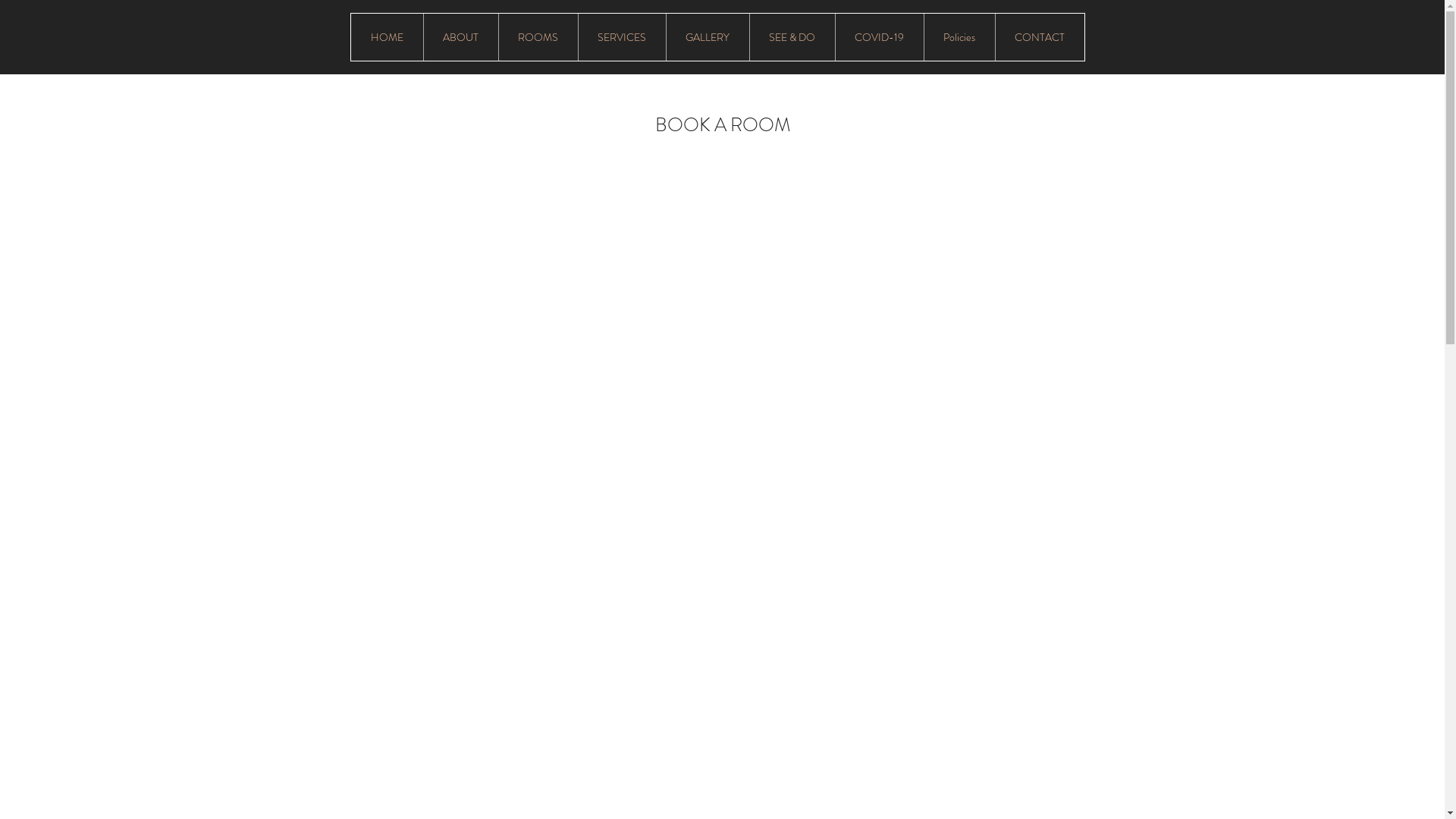 Image resolution: width=1456 pixels, height=819 pixels. What do you see at coordinates (460, 36) in the screenshot?
I see `'ABOUT'` at bounding box center [460, 36].